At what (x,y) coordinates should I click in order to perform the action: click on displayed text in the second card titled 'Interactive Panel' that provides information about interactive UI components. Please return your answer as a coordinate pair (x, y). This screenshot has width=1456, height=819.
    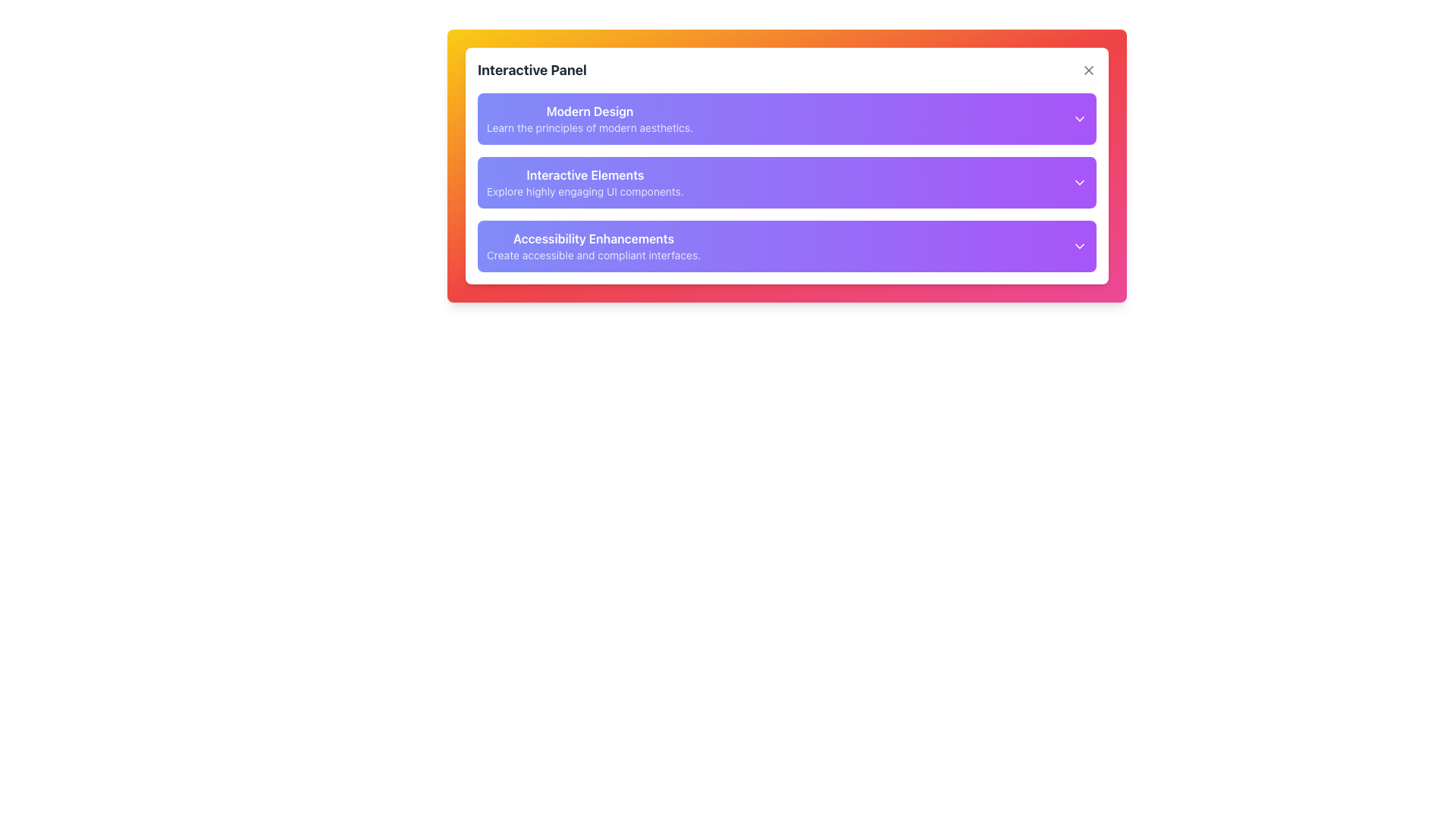
    Looking at the image, I should click on (585, 181).